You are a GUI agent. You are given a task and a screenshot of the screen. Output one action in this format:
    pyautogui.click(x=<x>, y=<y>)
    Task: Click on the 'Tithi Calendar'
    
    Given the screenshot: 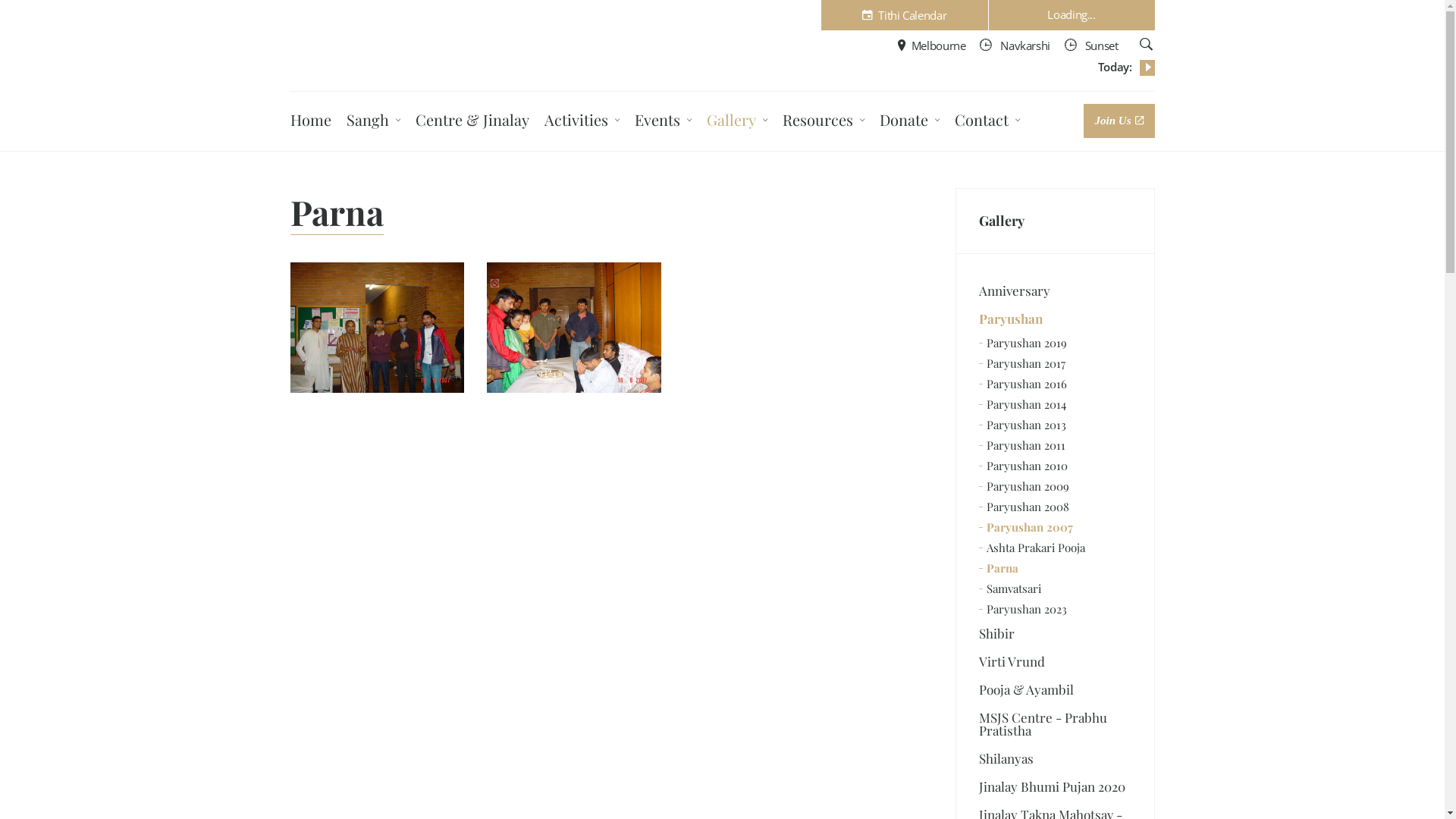 What is the action you would take?
    pyautogui.click(x=903, y=14)
    